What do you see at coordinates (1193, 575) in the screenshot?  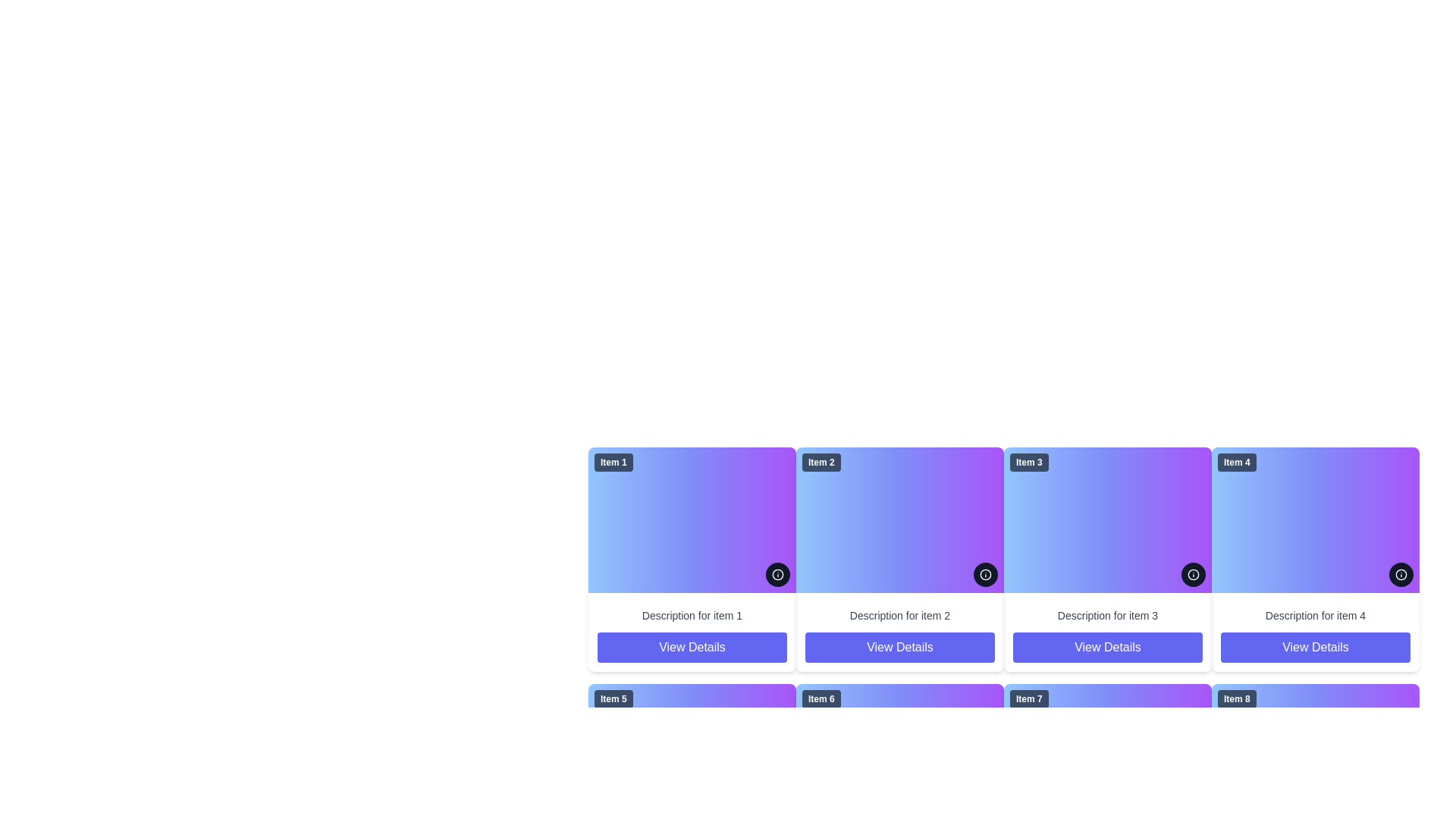 I see `the button in the bottom-right corner of the card labeled 'Item 3'` at bounding box center [1193, 575].